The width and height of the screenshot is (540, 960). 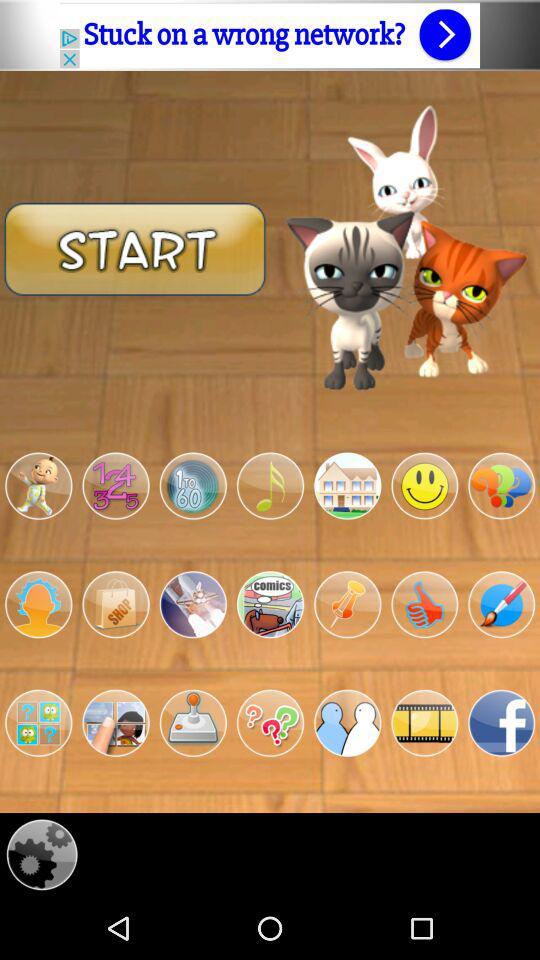 I want to click on the second left image in second row, so click(x=115, y=603).